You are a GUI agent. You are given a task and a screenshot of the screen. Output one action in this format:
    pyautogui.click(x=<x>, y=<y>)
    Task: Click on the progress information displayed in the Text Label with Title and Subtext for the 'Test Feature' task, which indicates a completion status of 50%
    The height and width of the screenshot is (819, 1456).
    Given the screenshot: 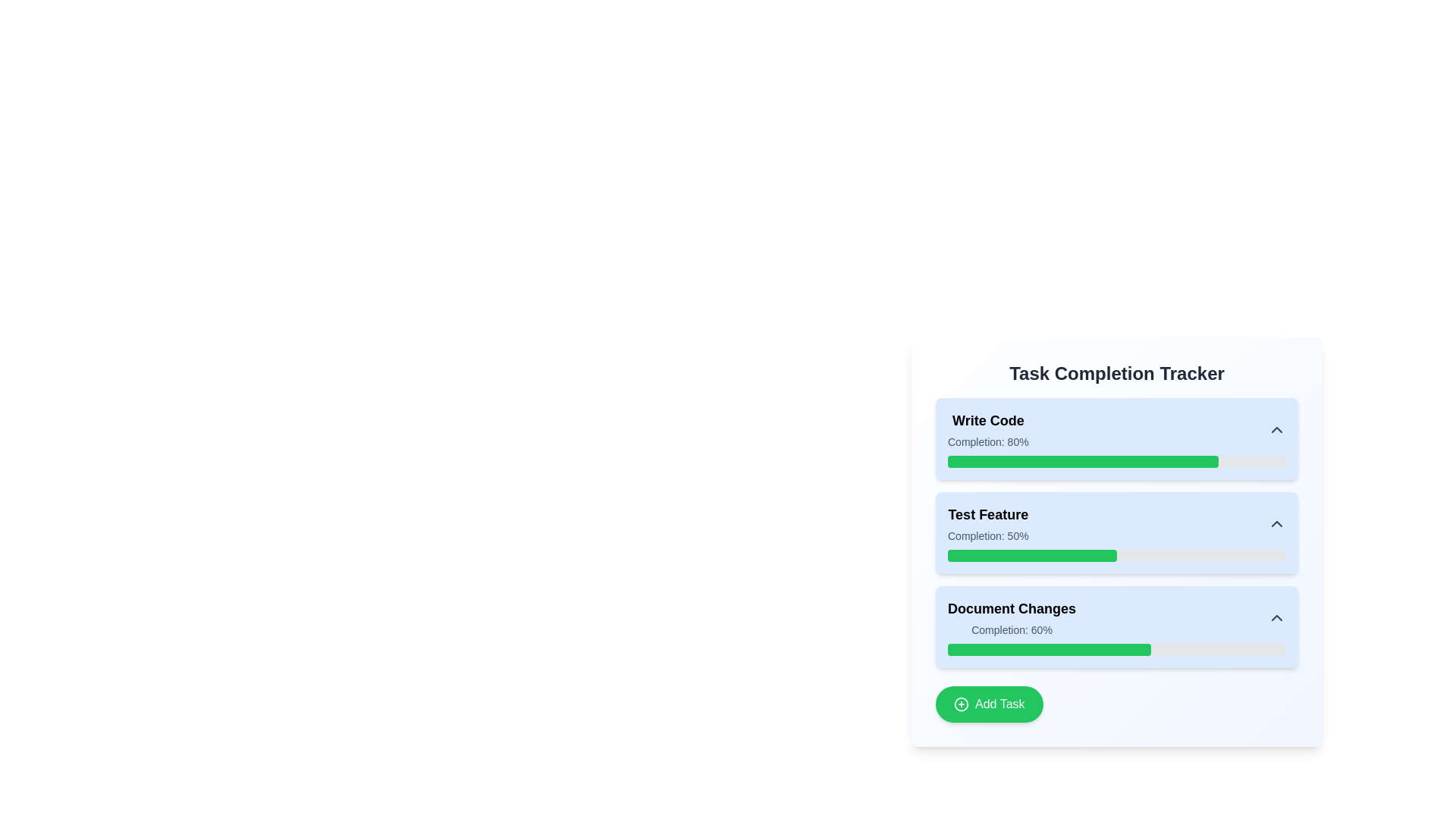 What is the action you would take?
    pyautogui.click(x=988, y=522)
    